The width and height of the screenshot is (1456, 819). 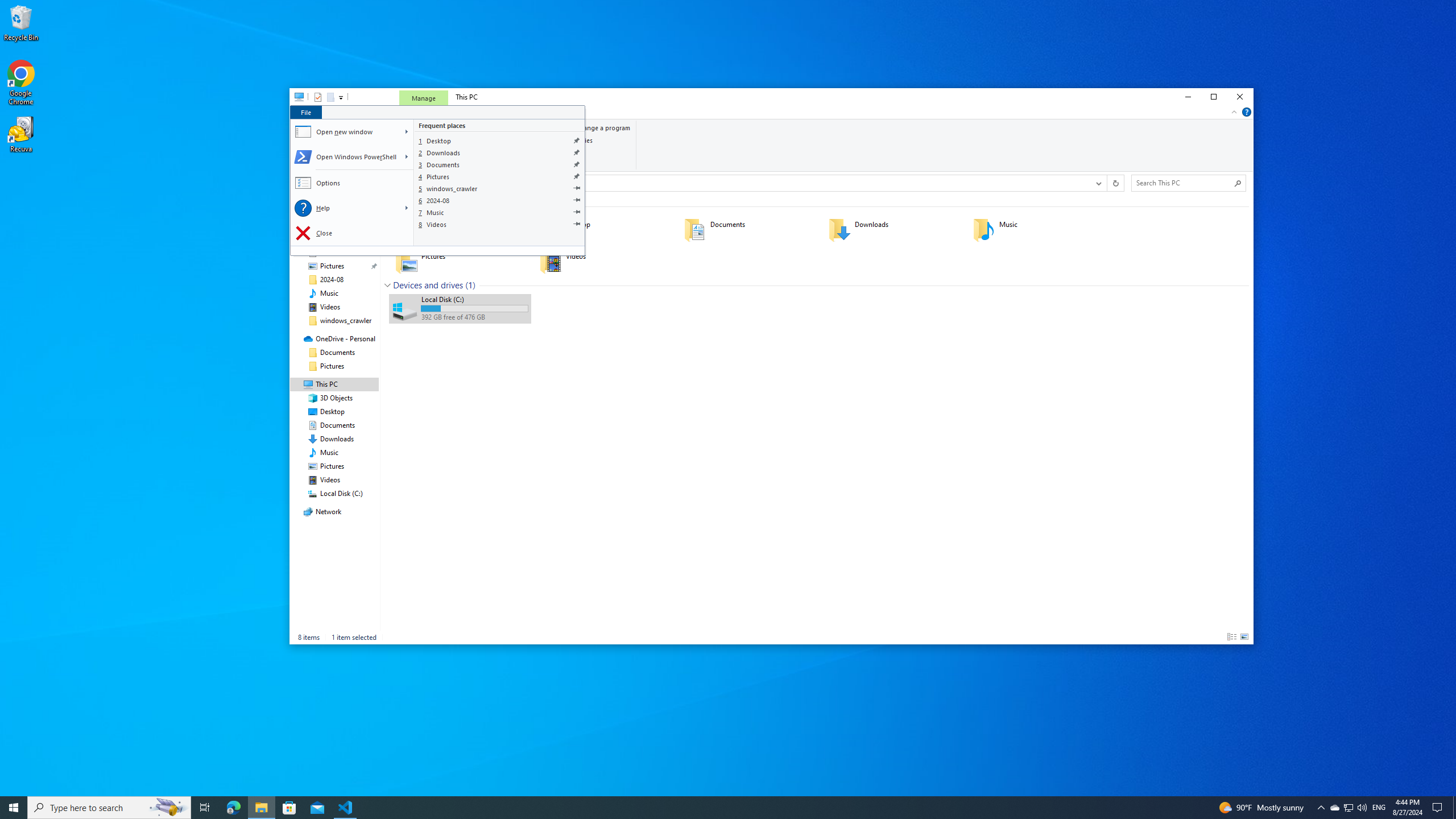 What do you see at coordinates (352, 183) in the screenshot?
I see `'Options'` at bounding box center [352, 183].